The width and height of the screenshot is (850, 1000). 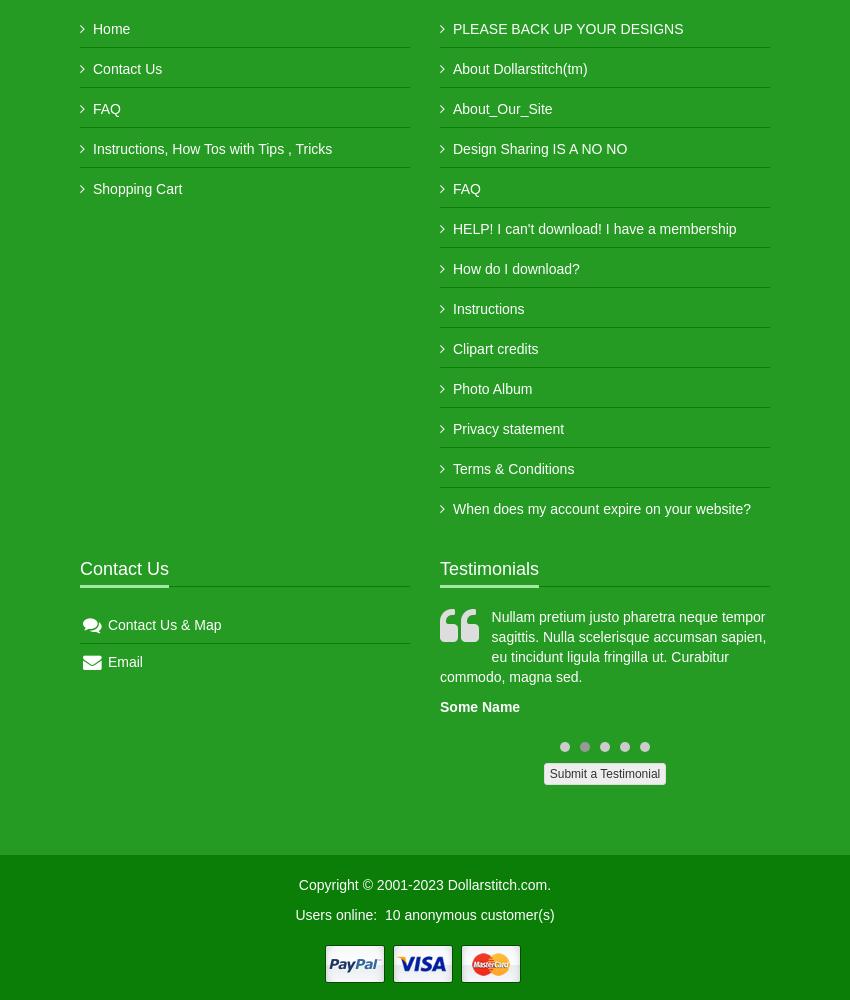 I want to click on 'Privacy statement', so click(x=451, y=429).